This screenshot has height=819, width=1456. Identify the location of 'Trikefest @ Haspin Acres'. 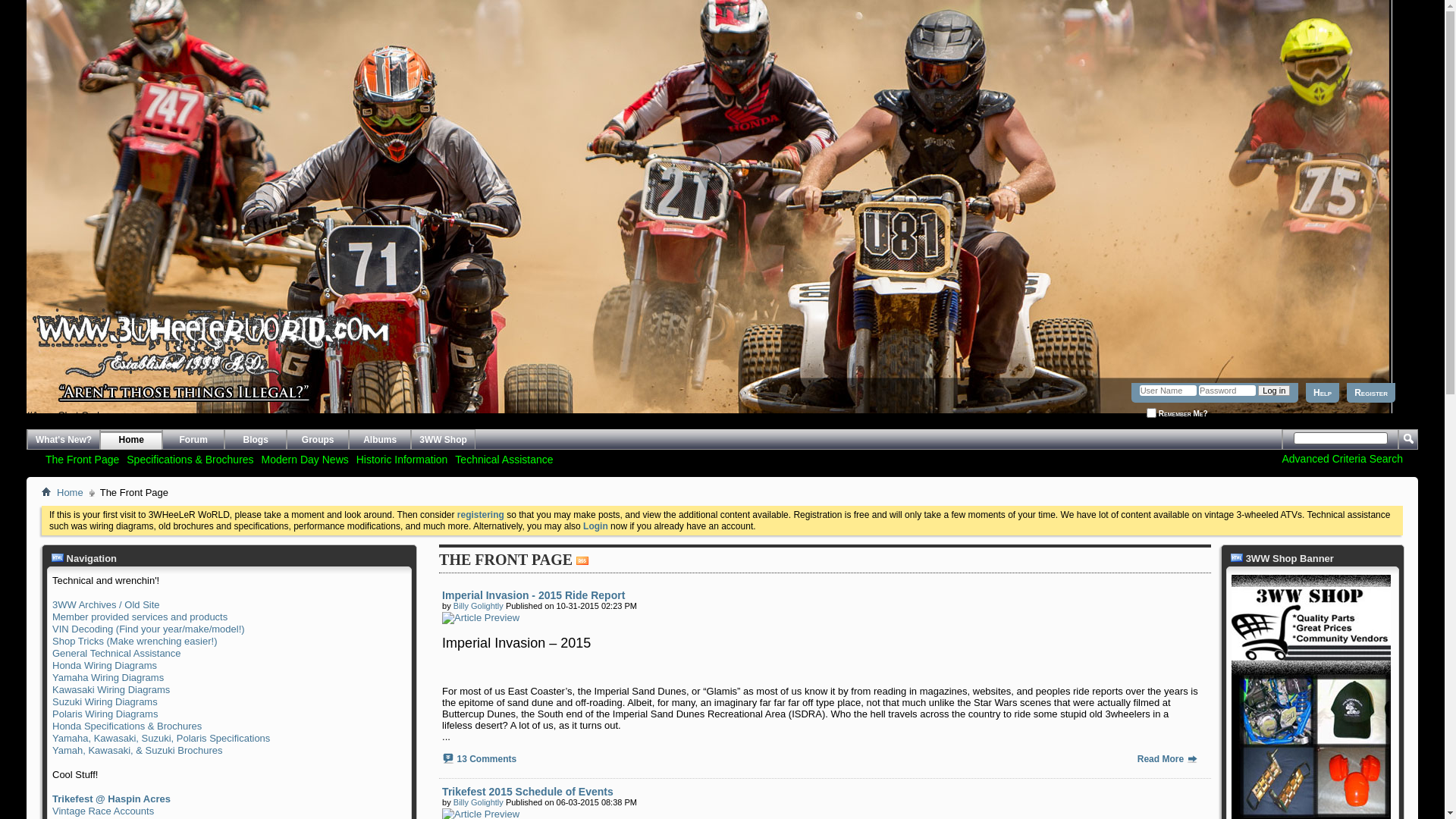
(52, 798).